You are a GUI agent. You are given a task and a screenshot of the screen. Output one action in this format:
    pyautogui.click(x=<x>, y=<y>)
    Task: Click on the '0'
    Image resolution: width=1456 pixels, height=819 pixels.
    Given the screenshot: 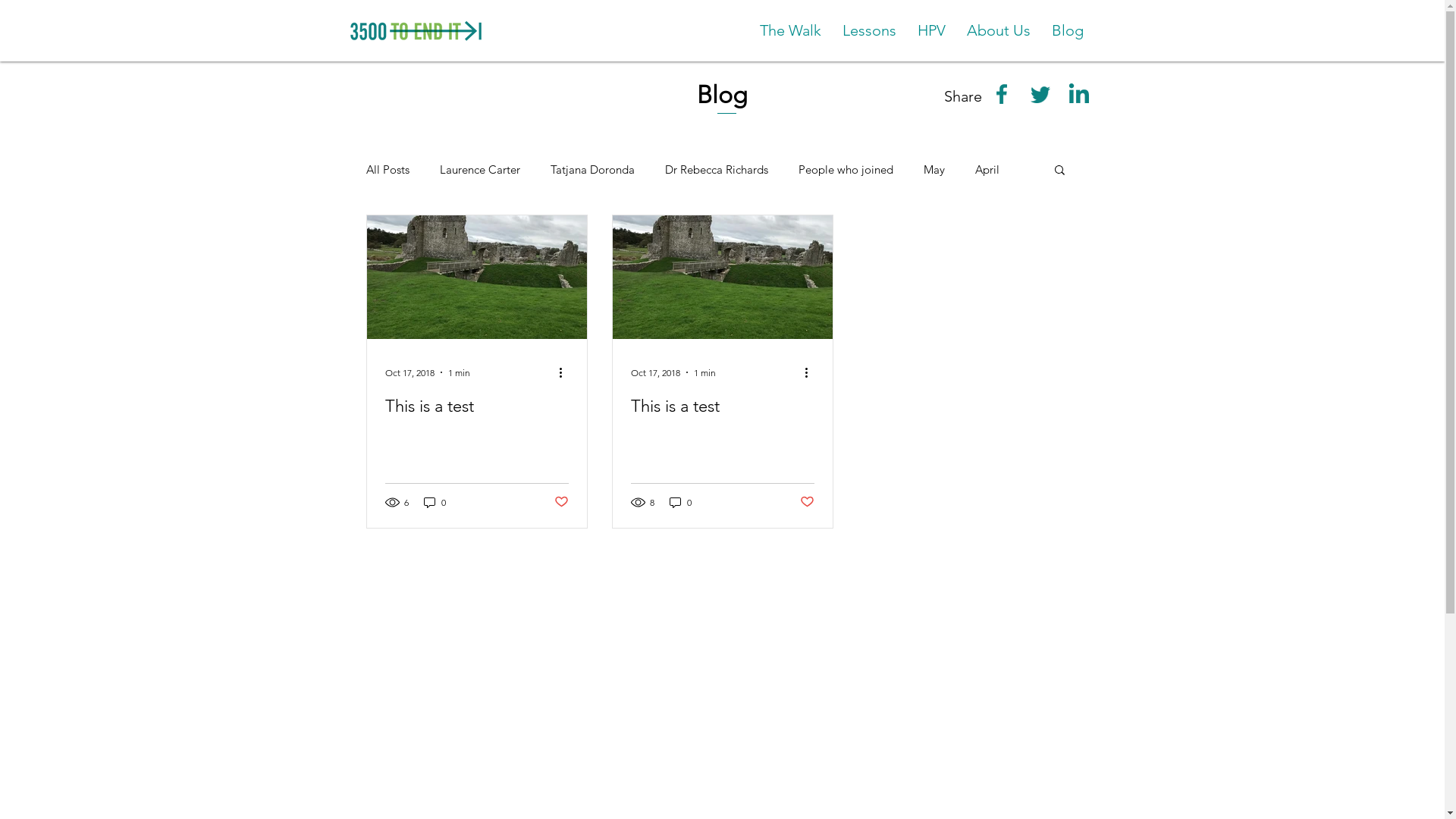 What is the action you would take?
    pyautogui.click(x=433, y=502)
    